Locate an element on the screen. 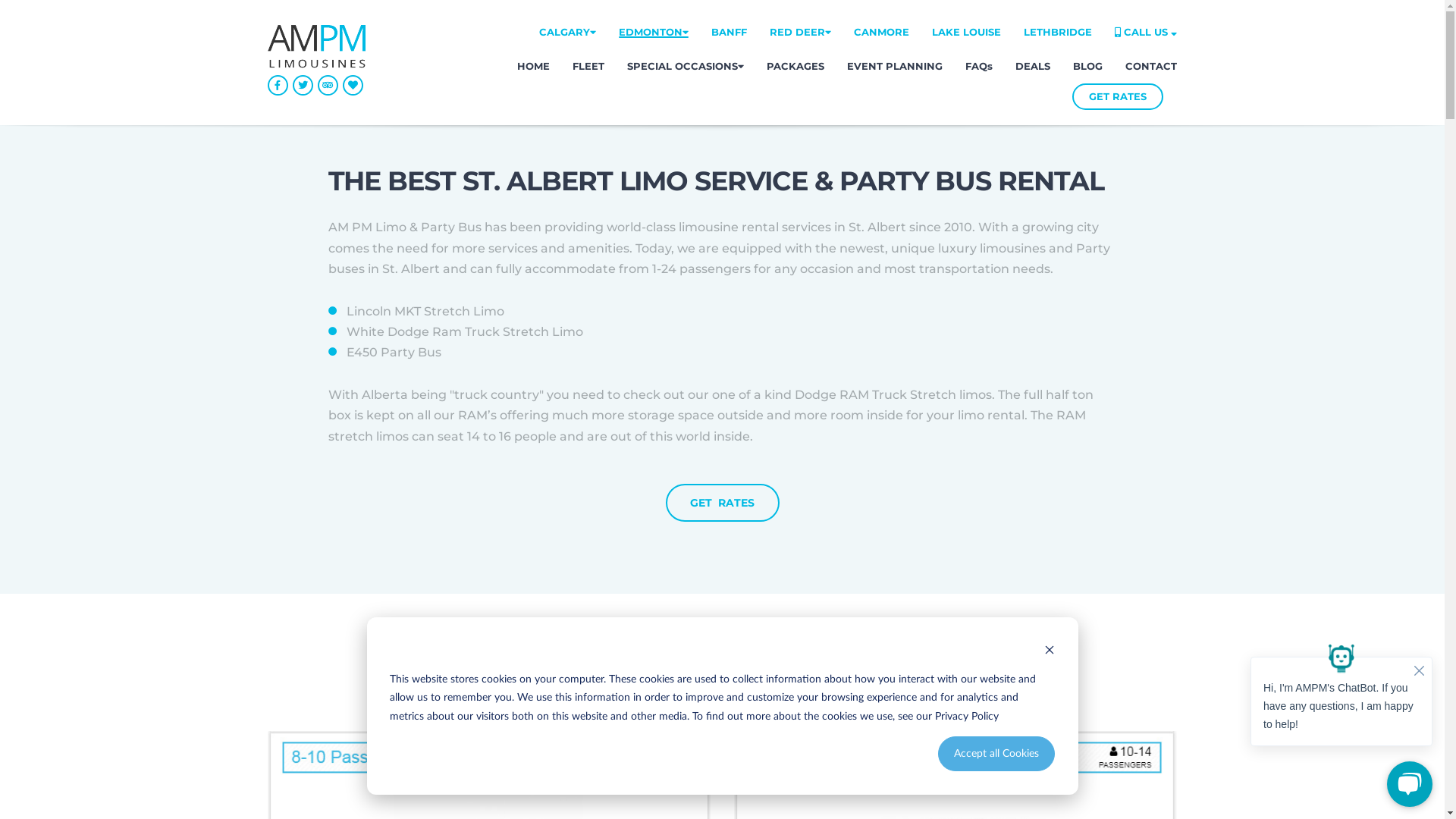 The width and height of the screenshot is (1456, 819). 'GET RATES' is located at coordinates (1072, 96).